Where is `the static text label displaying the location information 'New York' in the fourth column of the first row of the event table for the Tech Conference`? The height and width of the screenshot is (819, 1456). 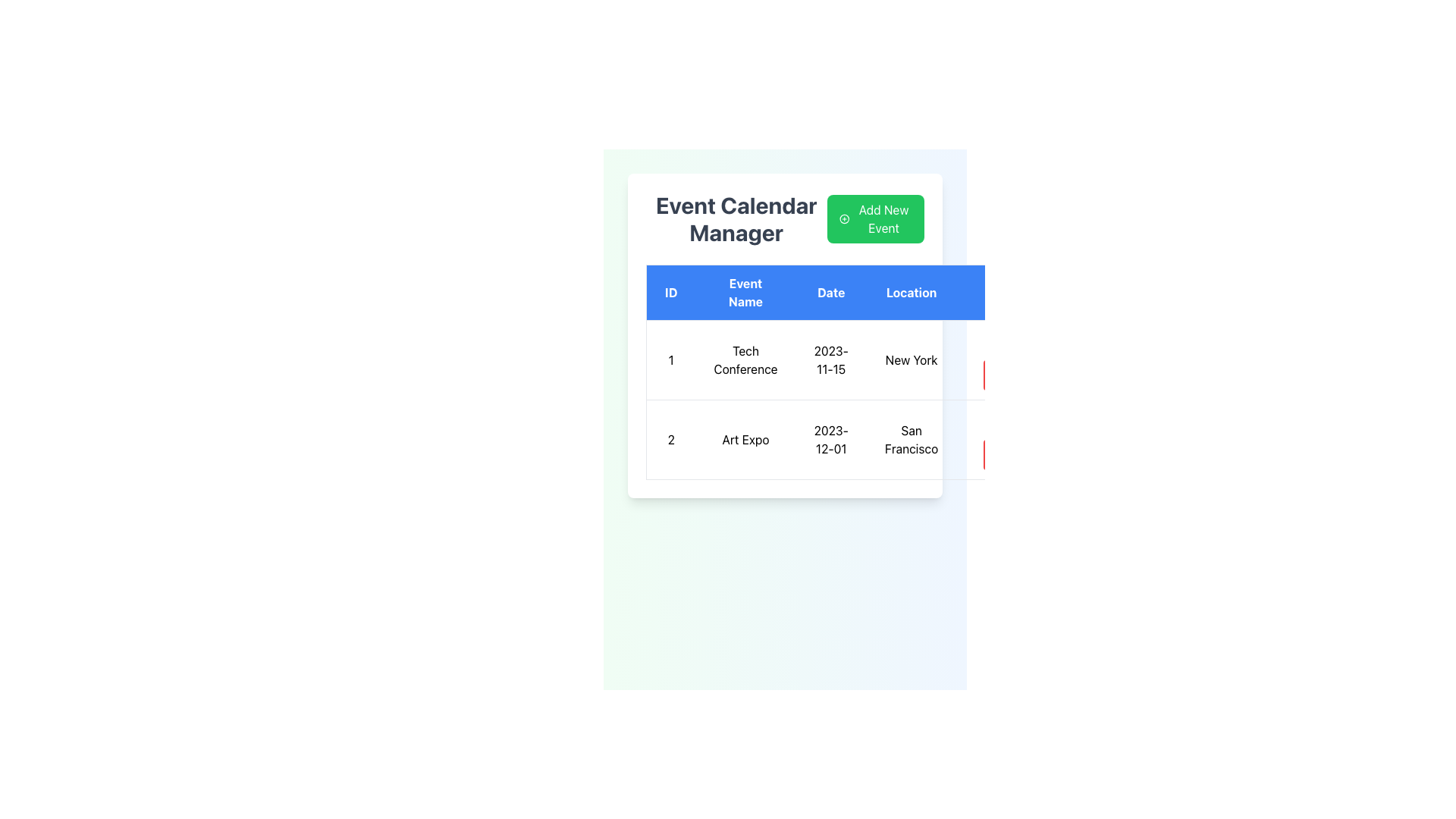
the static text label displaying the location information 'New York' in the fourth column of the first row of the event table for the Tech Conference is located at coordinates (911, 359).